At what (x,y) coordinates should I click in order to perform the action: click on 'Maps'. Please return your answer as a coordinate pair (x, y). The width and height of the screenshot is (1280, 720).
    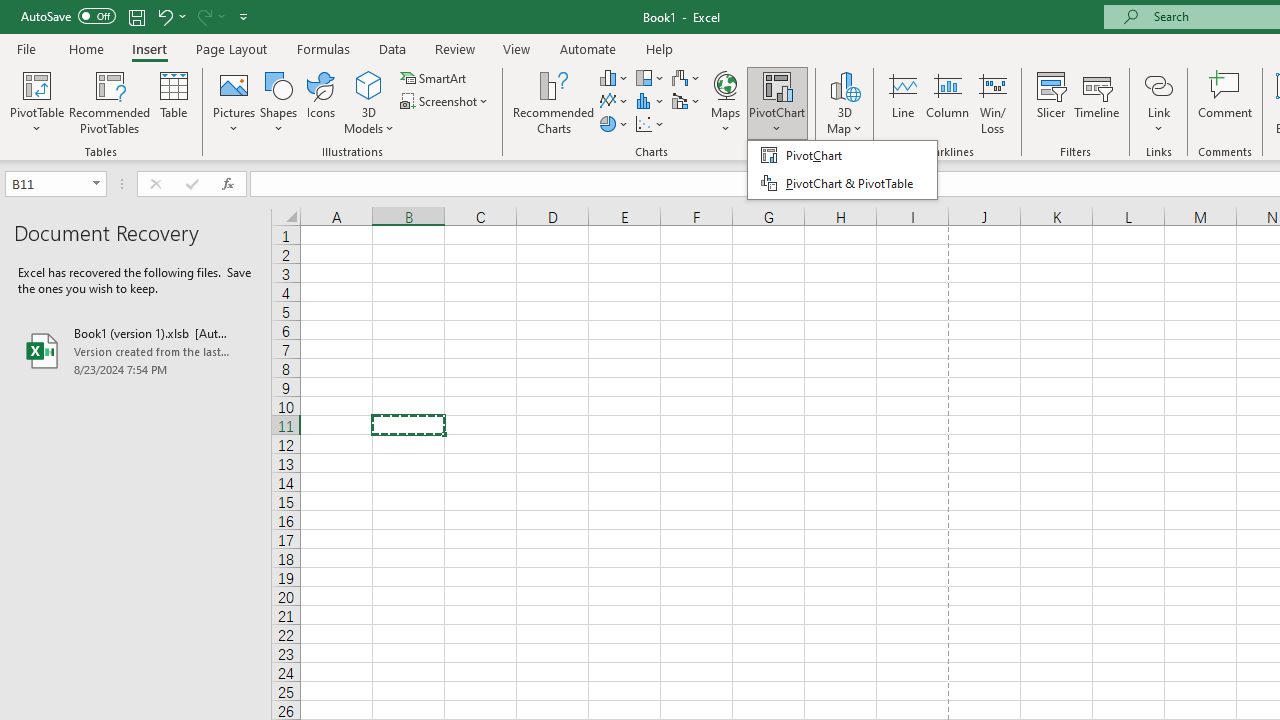
    Looking at the image, I should click on (725, 103).